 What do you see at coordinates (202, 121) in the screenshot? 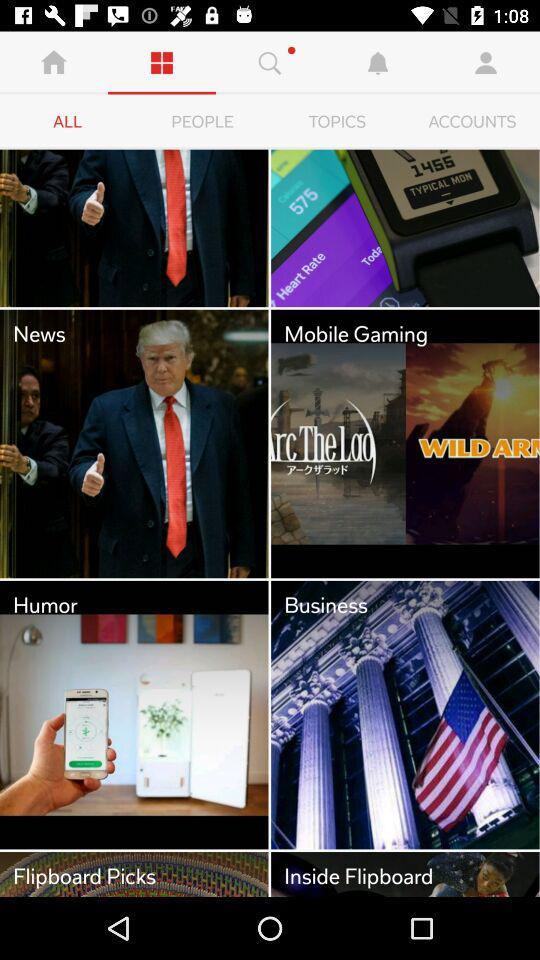
I see `people icon` at bounding box center [202, 121].